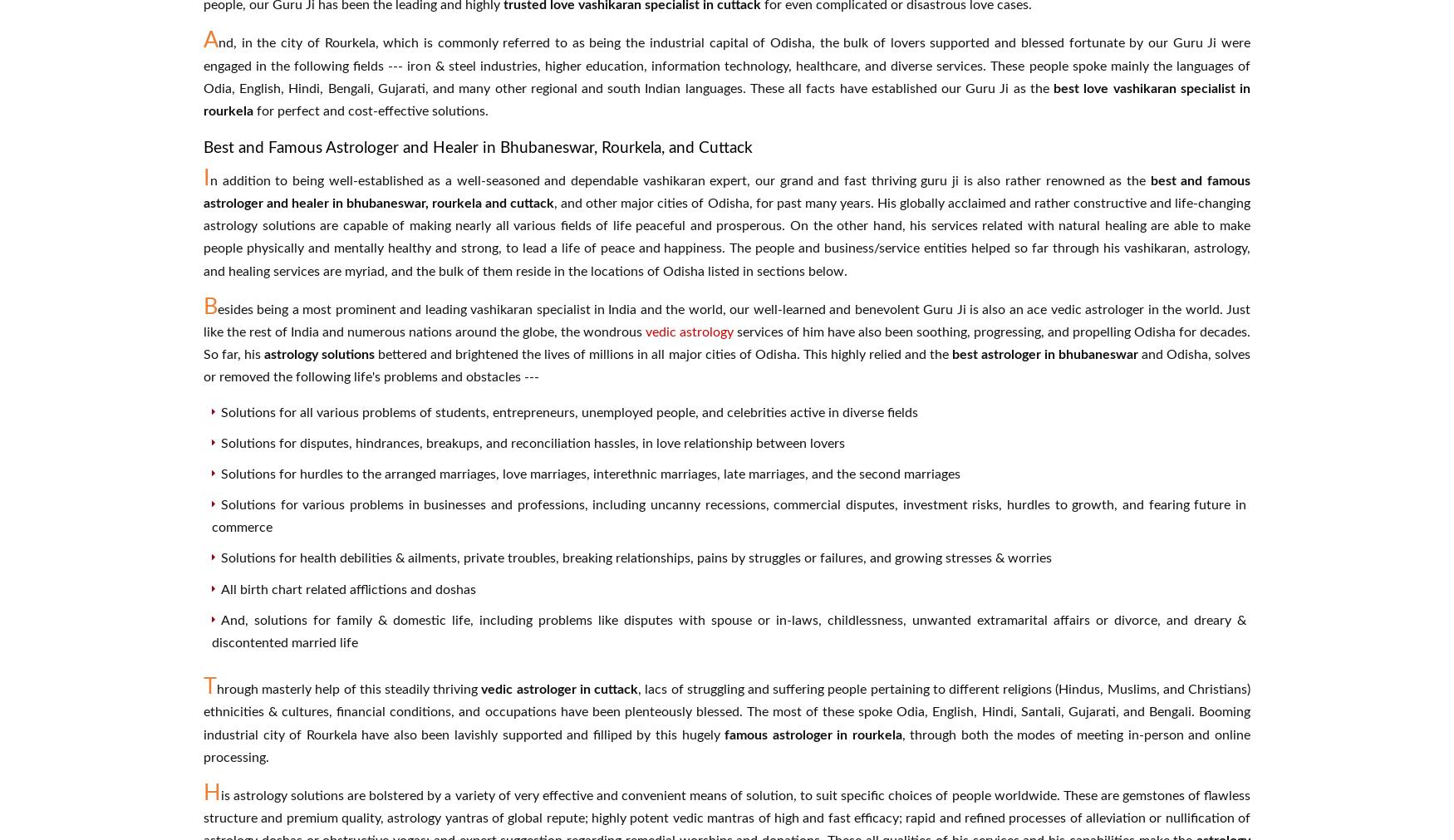  Describe the element at coordinates (725, 734) in the screenshot. I see `'famous astrologer in rourkela'` at that location.